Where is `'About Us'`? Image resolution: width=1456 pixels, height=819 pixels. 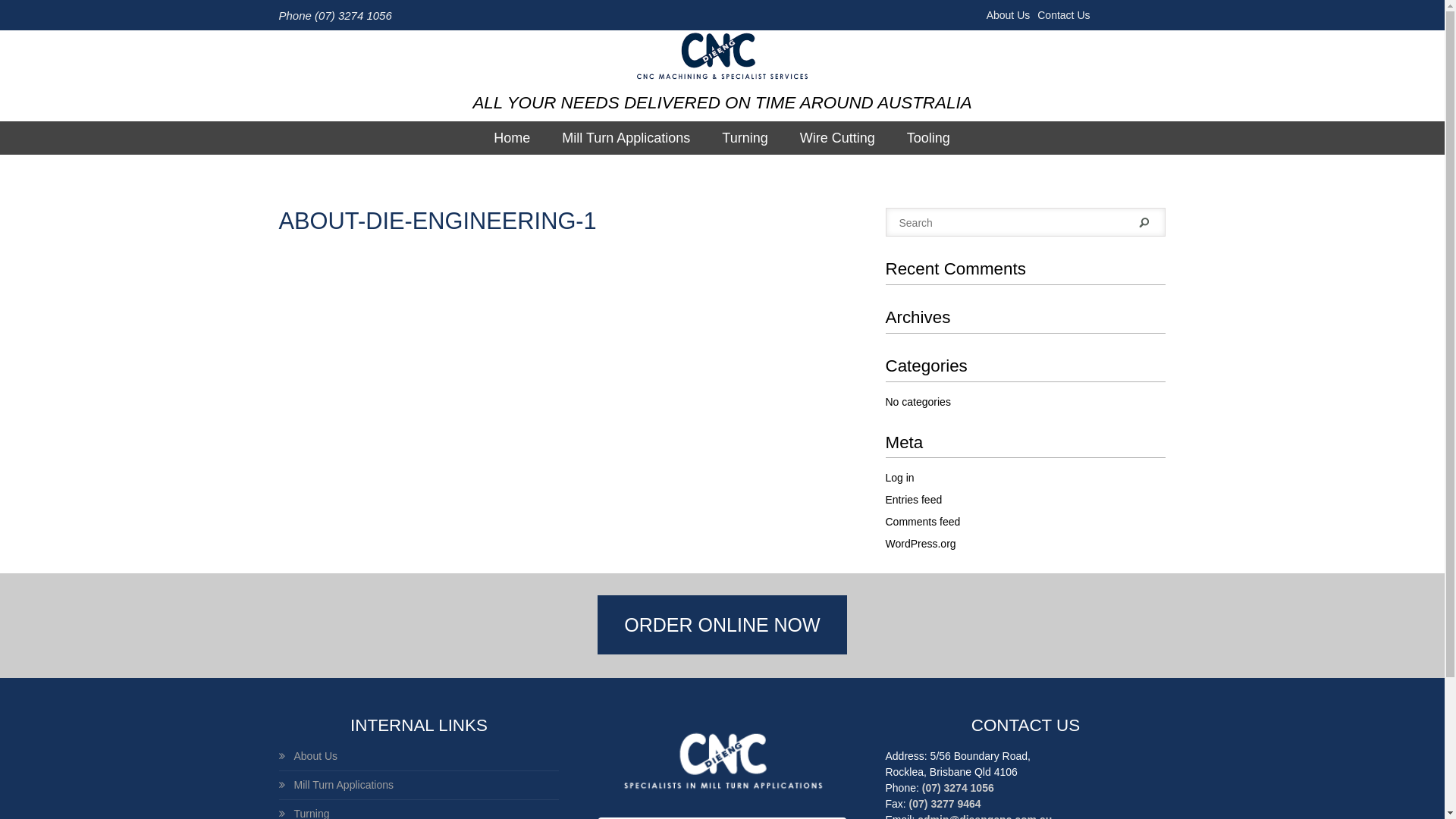
'About Us' is located at coordinates (1012, 15).